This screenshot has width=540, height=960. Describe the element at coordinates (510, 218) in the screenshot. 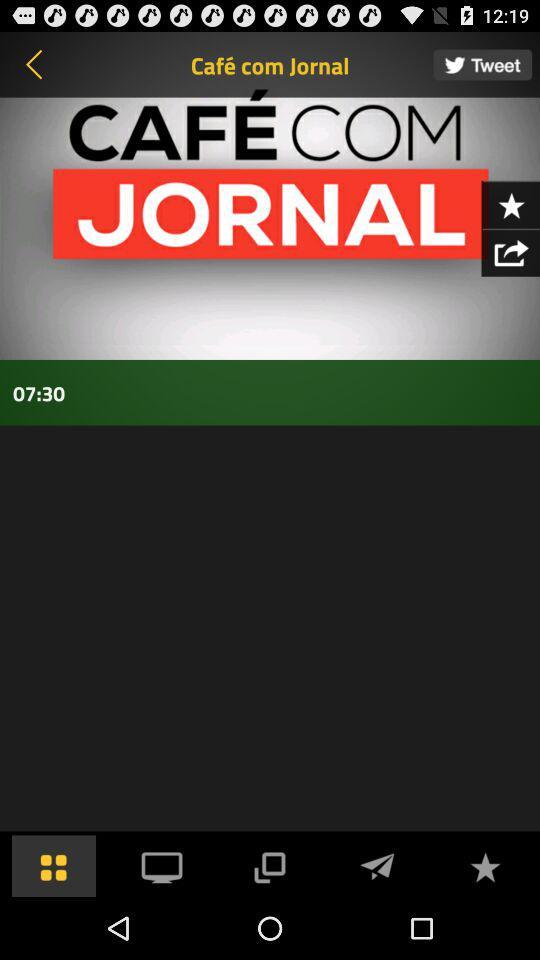

I see `the star icon` at that location.